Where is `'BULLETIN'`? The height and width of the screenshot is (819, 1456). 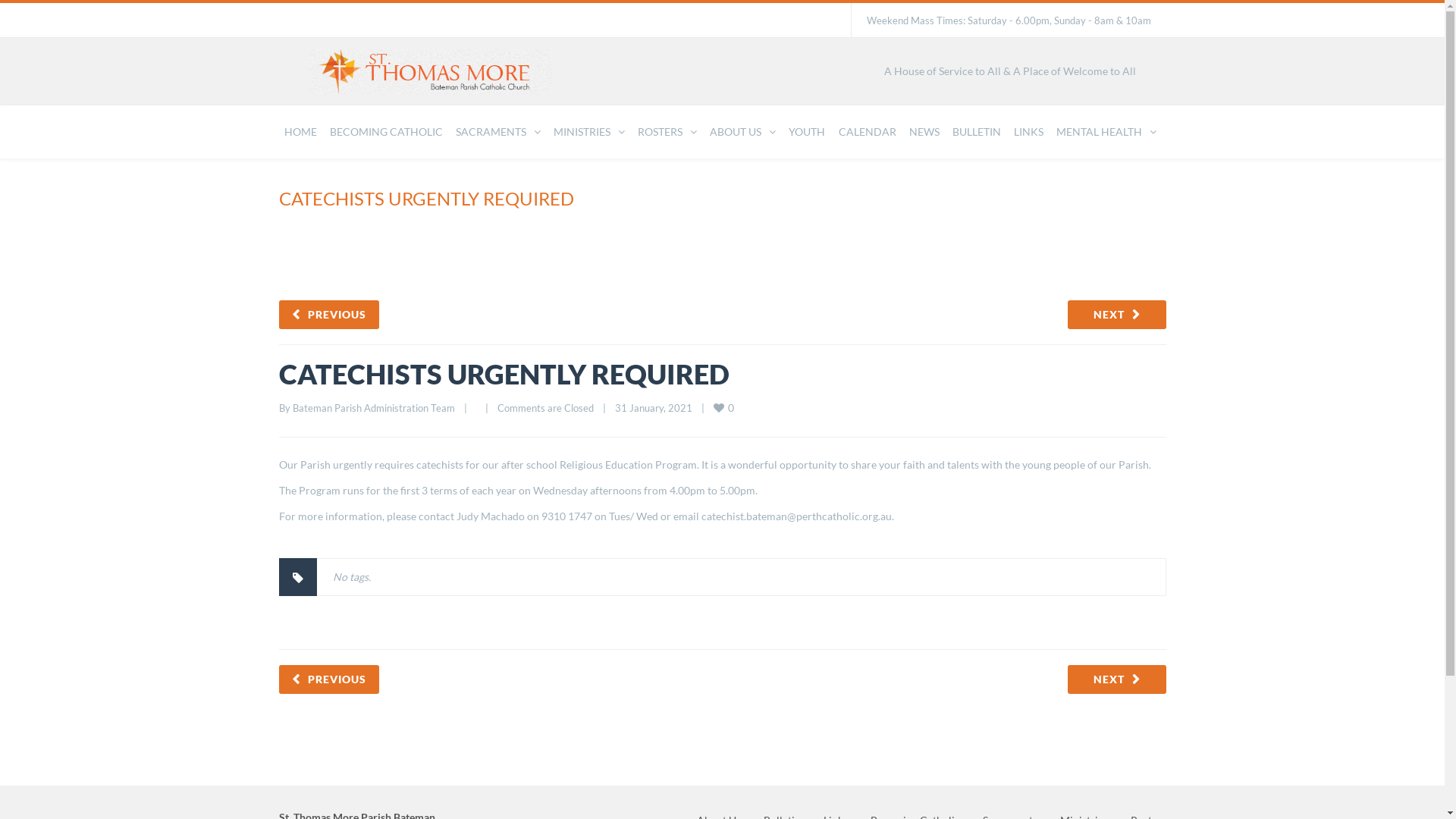 'BULLETIN' is located at coordinates (976, 130).